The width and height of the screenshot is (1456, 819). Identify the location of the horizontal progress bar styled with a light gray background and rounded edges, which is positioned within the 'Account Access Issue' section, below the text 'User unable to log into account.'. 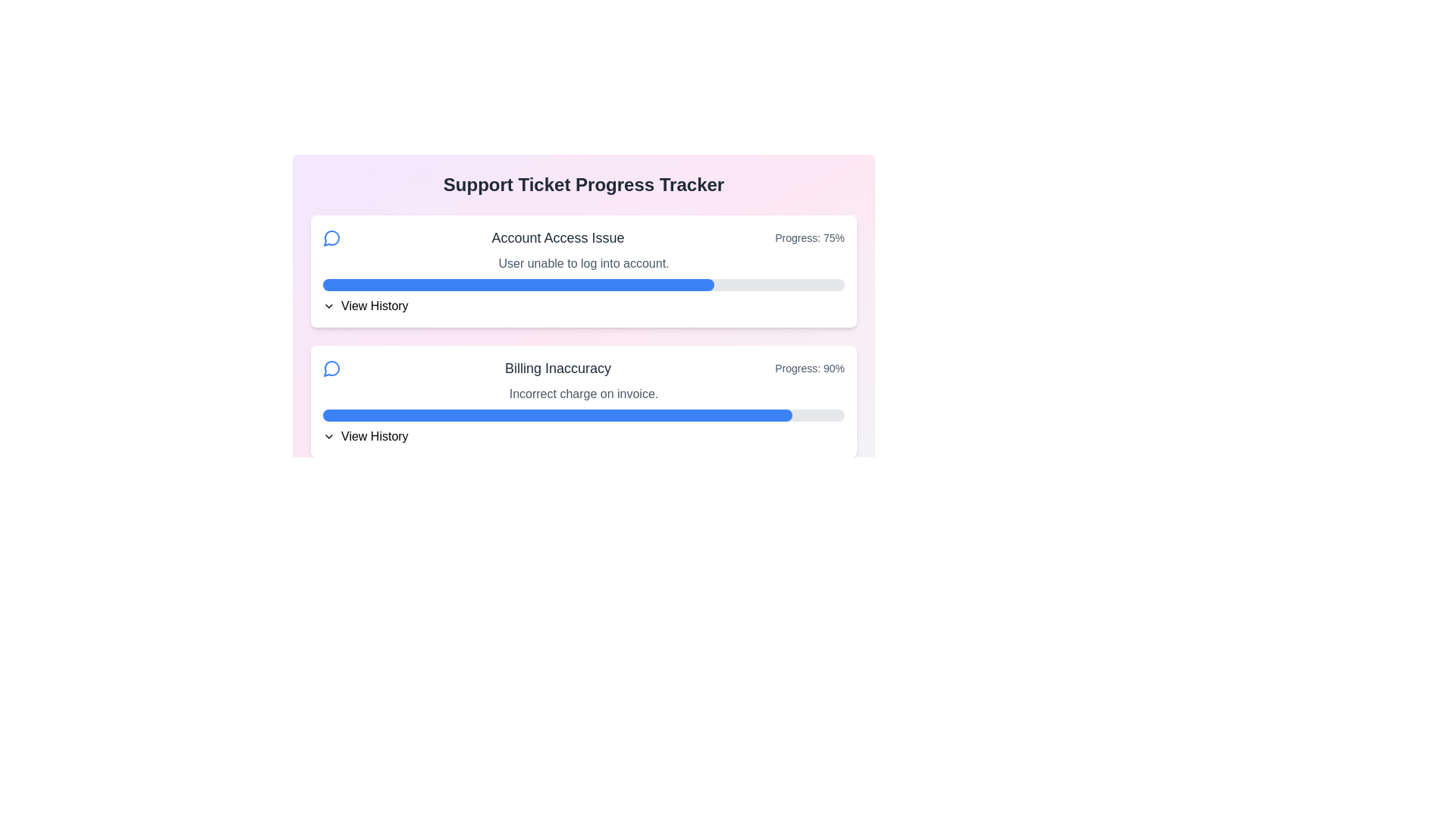
(582, 284).